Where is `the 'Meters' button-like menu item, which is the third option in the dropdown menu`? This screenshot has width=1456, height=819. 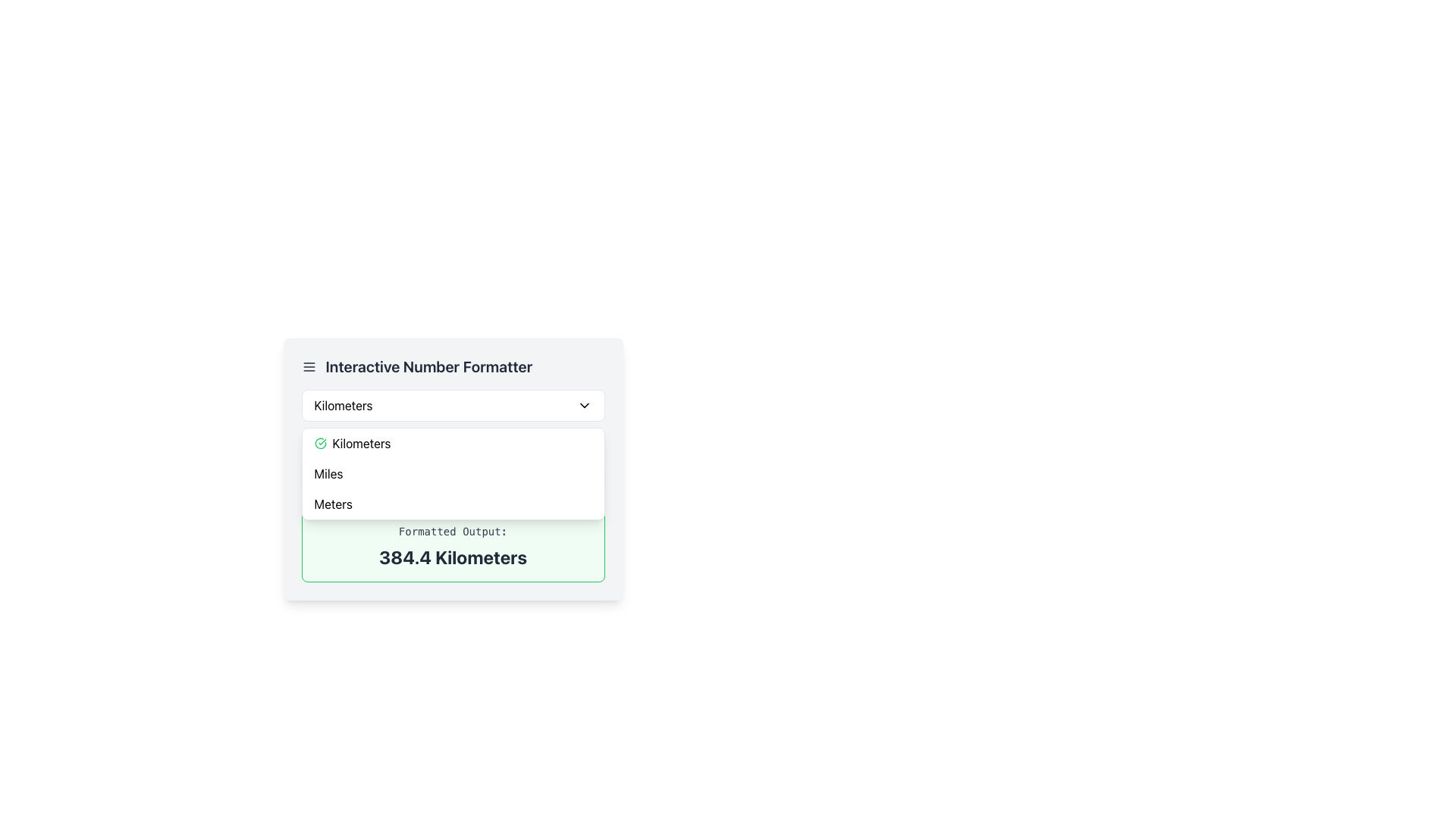
the 'Meters' button-like menu item, which is the third option in the dropdown menu is located at coordinates (452, 504).